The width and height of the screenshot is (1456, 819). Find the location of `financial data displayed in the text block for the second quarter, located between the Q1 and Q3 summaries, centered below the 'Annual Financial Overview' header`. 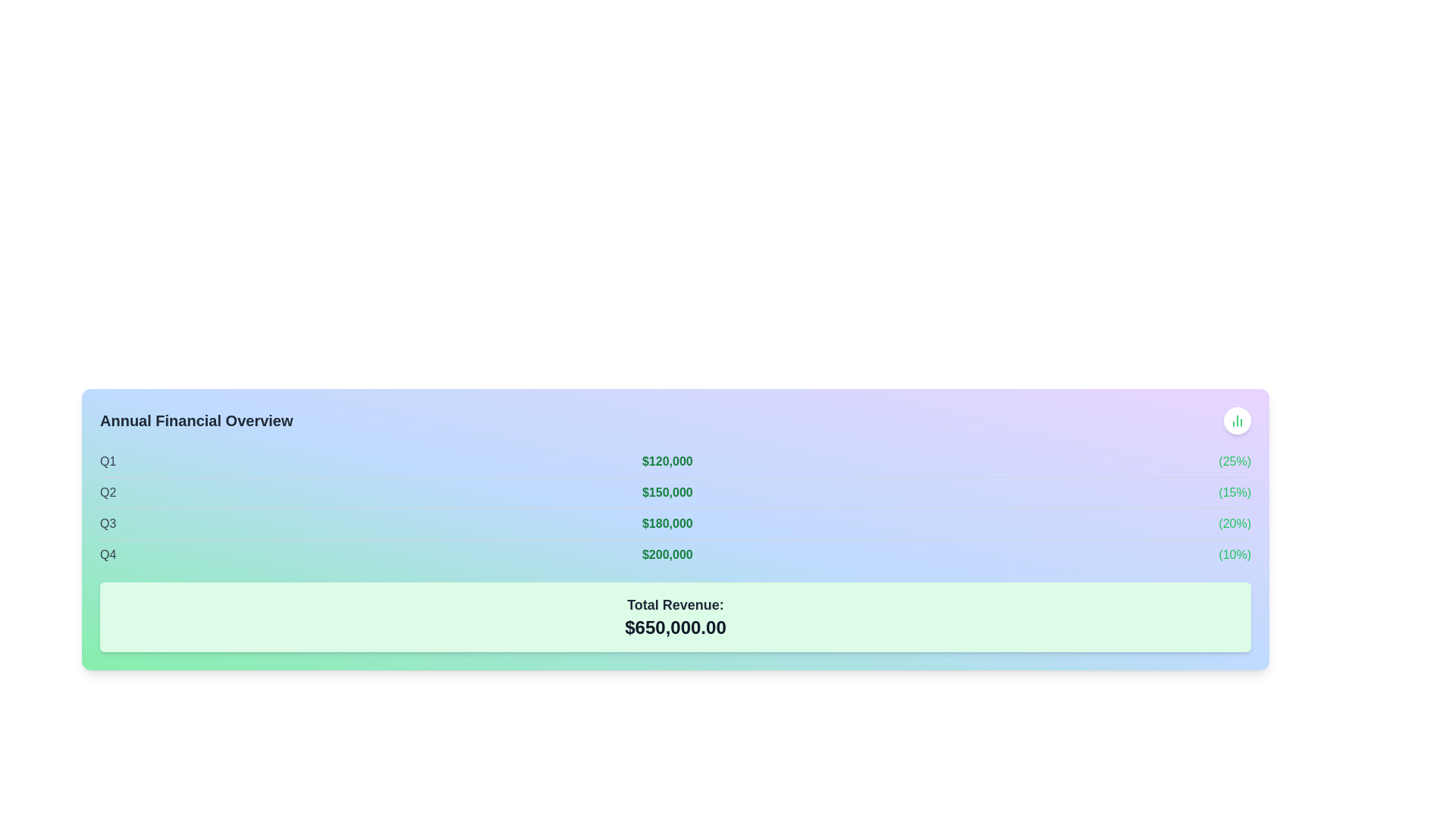

financial data displayed in the text block for the second quarter, located between the Q1 and Q3 summaries, centered below the 'Annual Financial Overview' header is located at coordinates (675, 492).